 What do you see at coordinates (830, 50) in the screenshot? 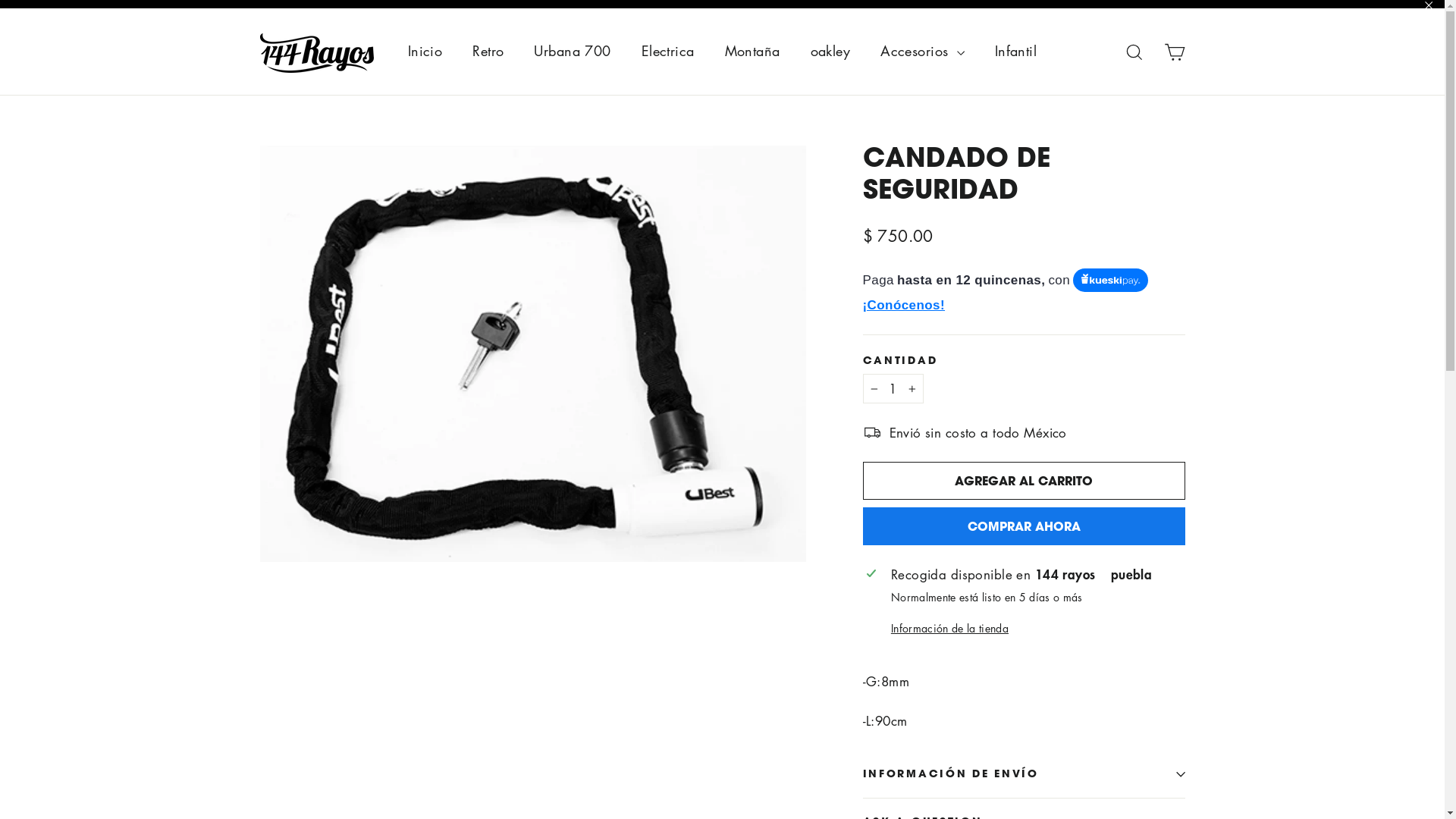
I see `'oakley'` at bounding box center [830, 50].